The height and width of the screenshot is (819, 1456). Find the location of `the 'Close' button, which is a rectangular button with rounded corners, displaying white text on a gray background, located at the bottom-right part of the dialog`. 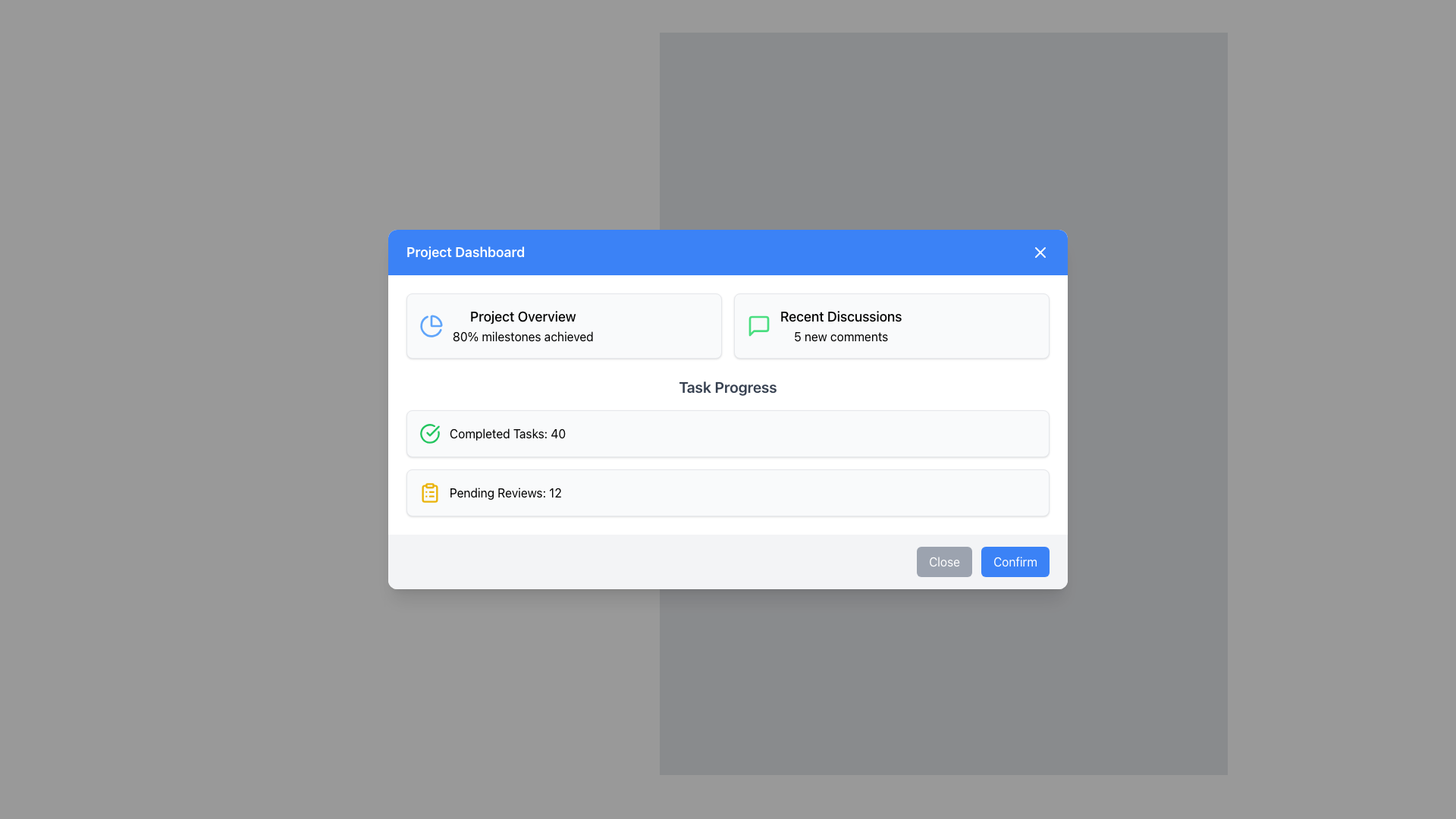

the 'Close' button, which is a rectangular button with rounded corners, displaying white text on a gray background, located at the bottom-right part of the dialog is located at coordinates (943, 561).